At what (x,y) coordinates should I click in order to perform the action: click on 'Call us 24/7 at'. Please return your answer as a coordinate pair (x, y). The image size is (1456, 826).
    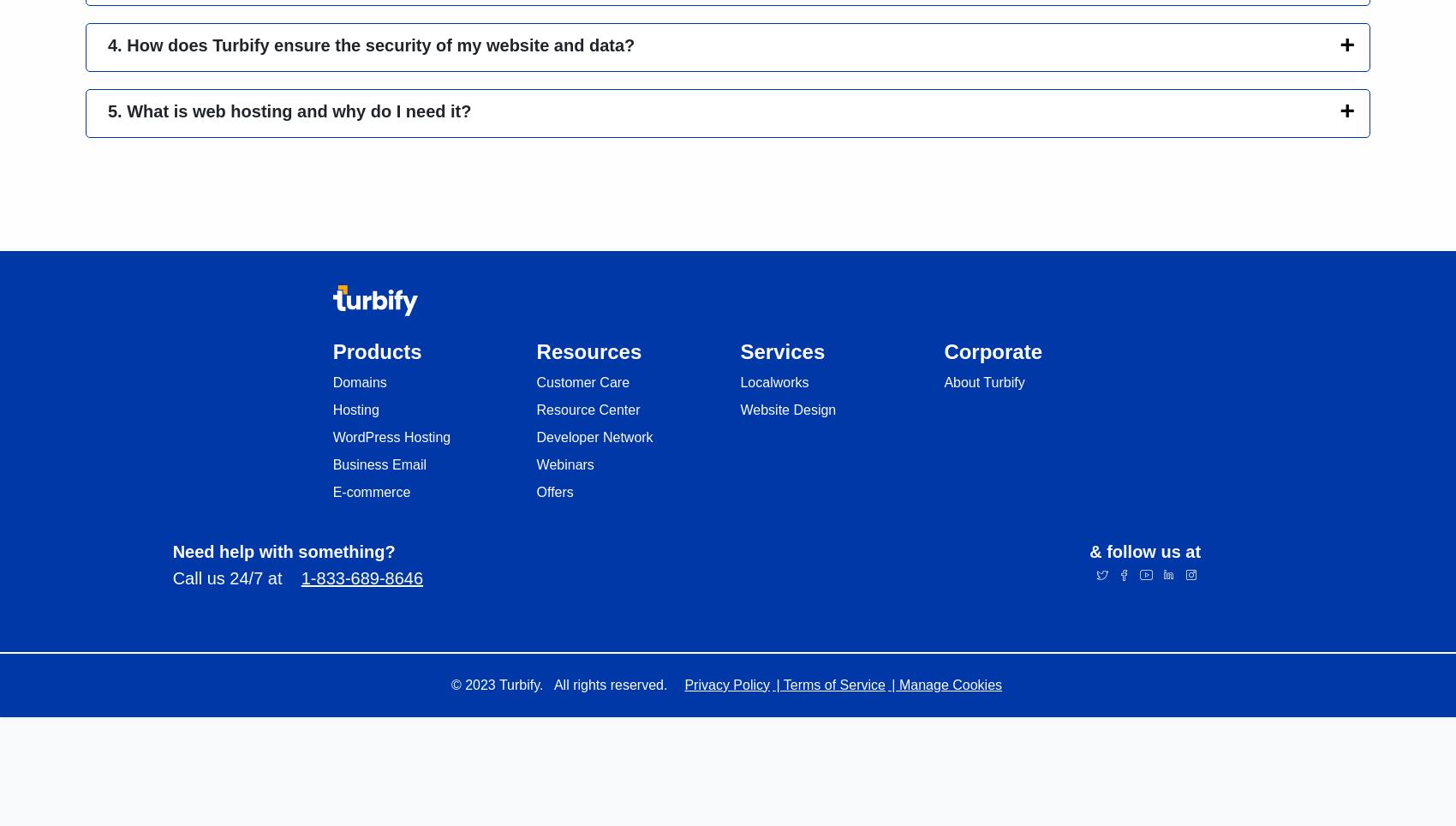
    Looking at the image, I should click on (236, 577).